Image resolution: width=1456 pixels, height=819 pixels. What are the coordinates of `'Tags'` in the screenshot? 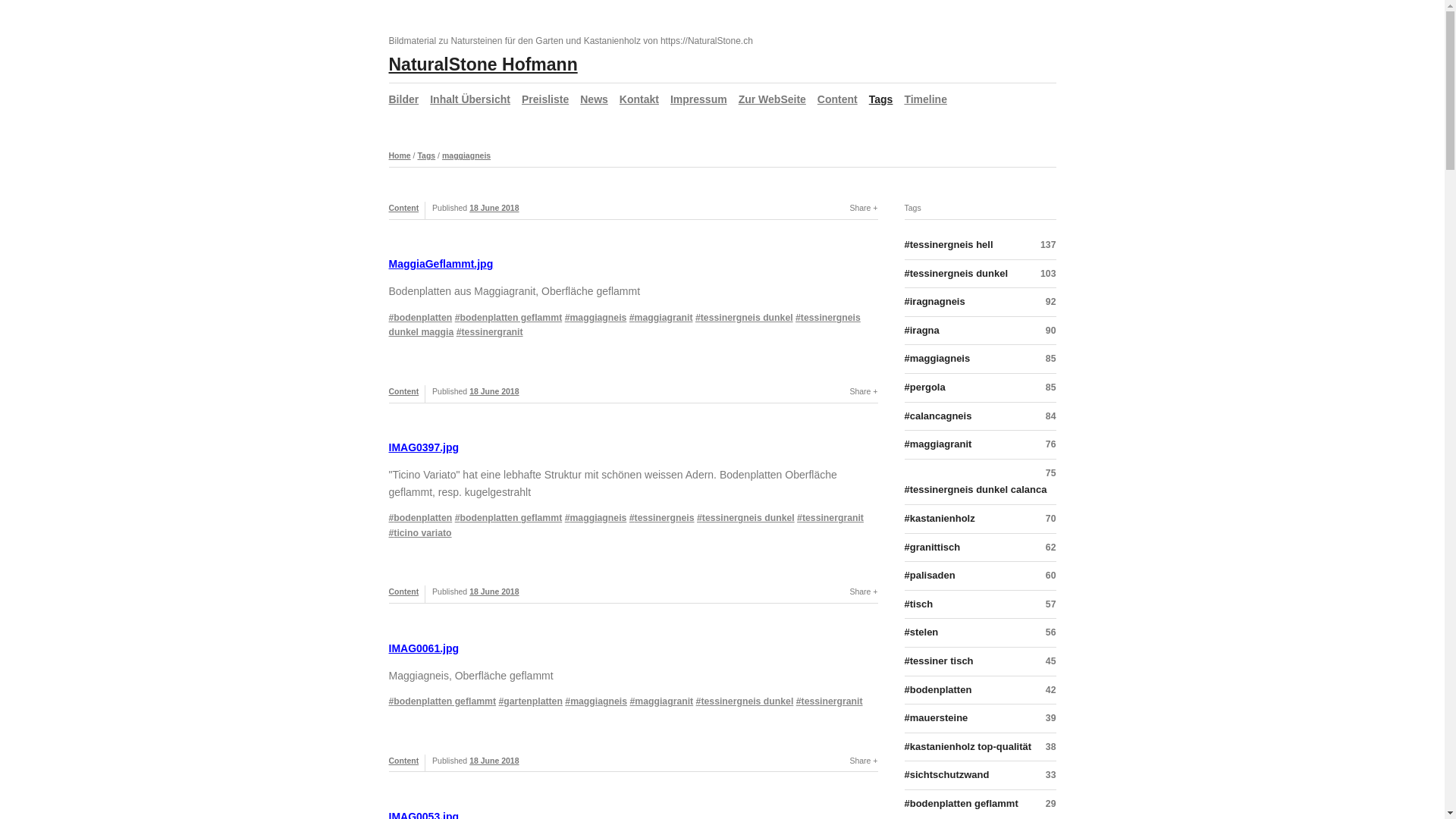 It's located at (417, 155).